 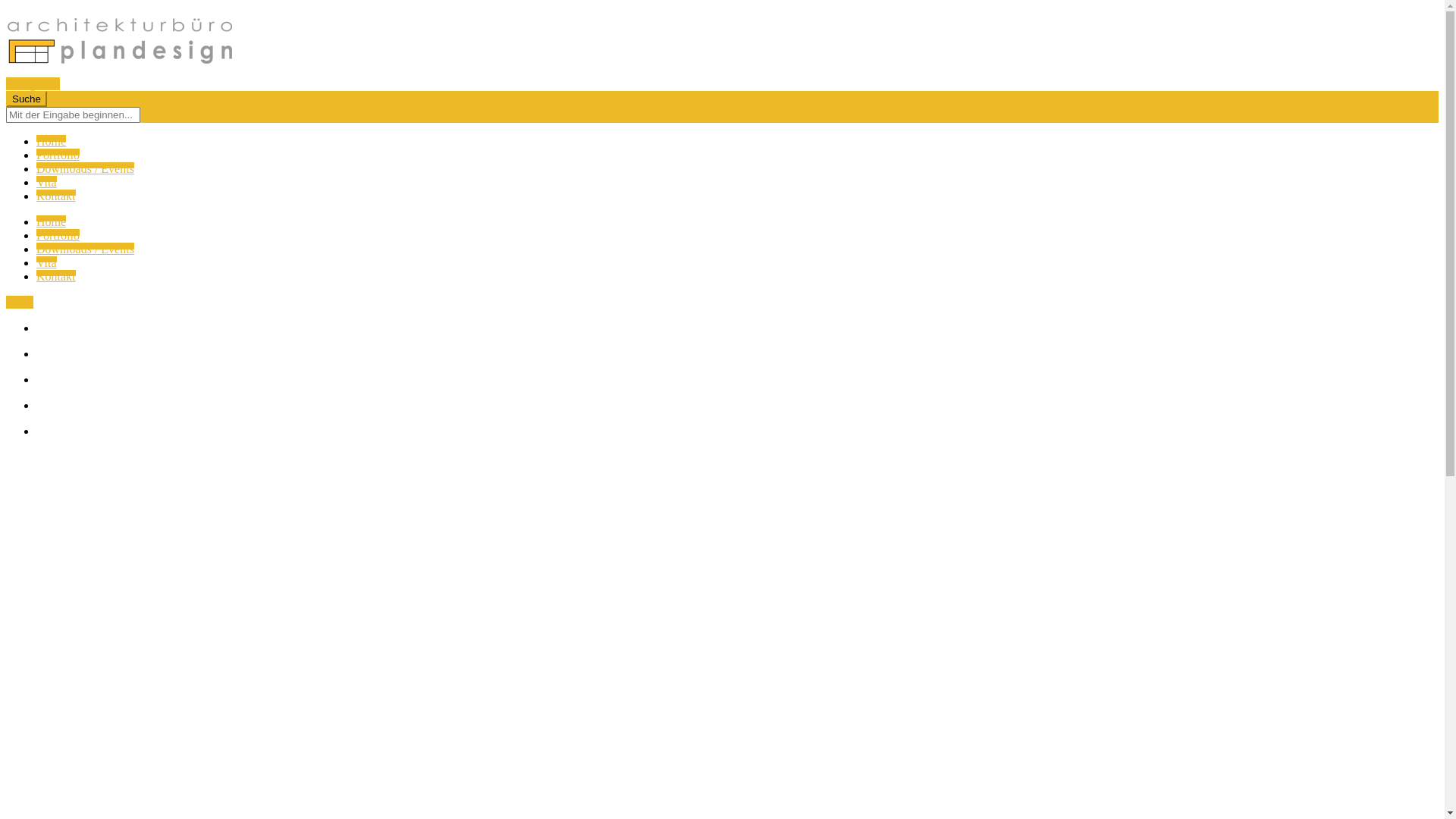 What do you see at coordinates (58, 235) in the screenshot?
I see `'Portfolio'` at bounding box center [58, 235].